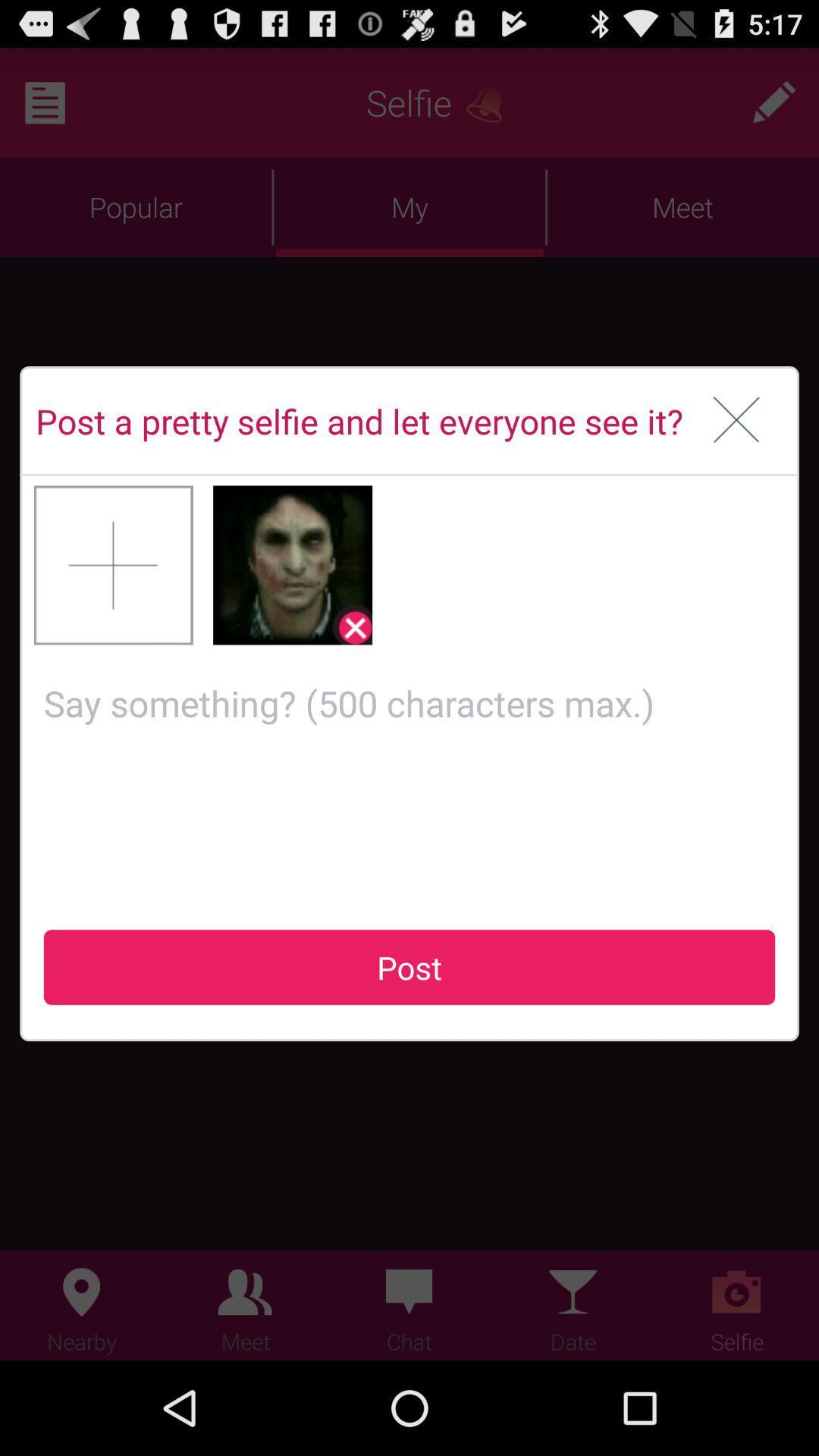  What do you see at coordinates (736, 421) in the screenshot?
I see `close` at bounding box center [736, 421].